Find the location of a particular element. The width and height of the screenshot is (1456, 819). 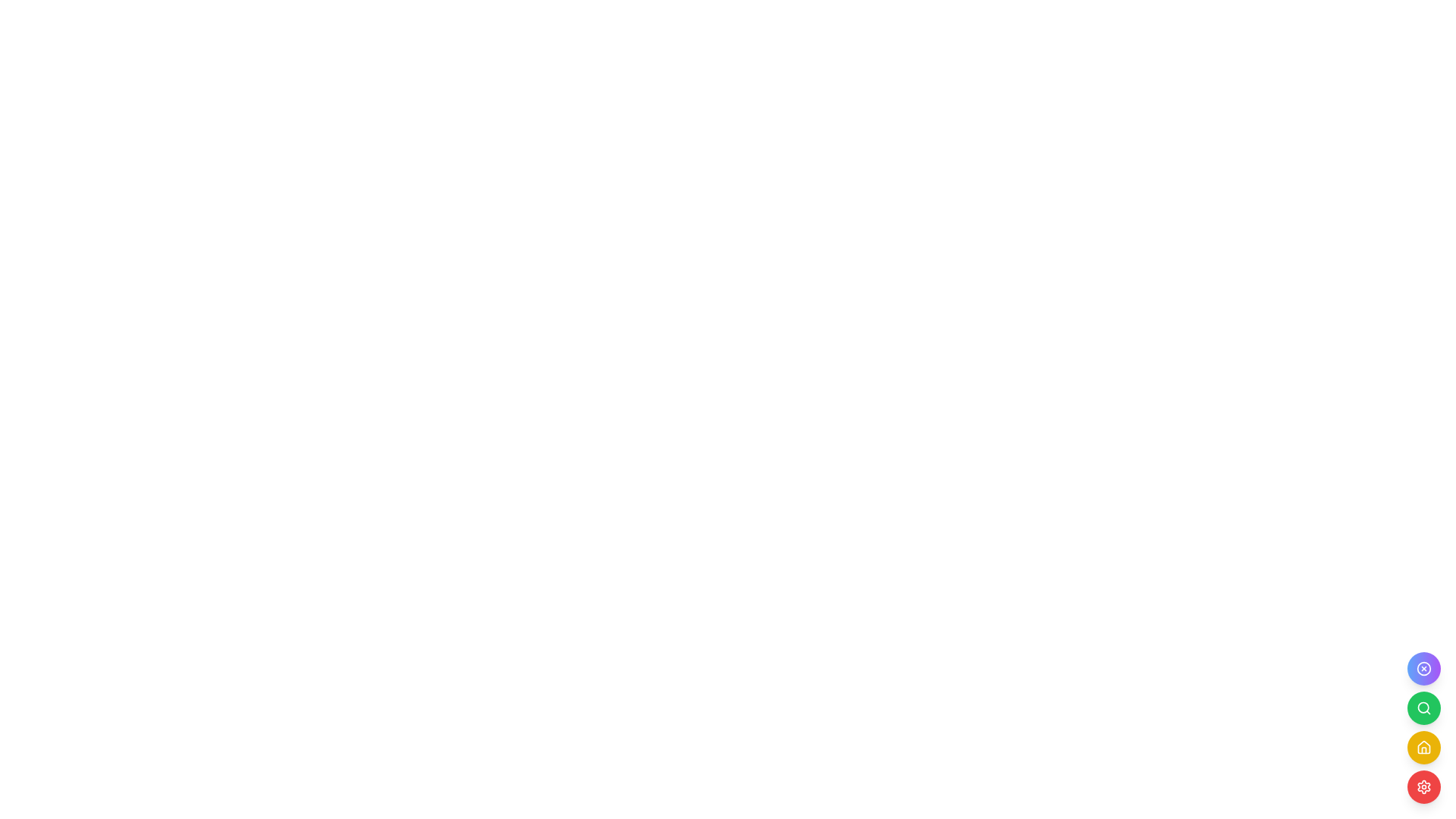

the circular red button with a white gear icon is located at coordinates (1423, 786).